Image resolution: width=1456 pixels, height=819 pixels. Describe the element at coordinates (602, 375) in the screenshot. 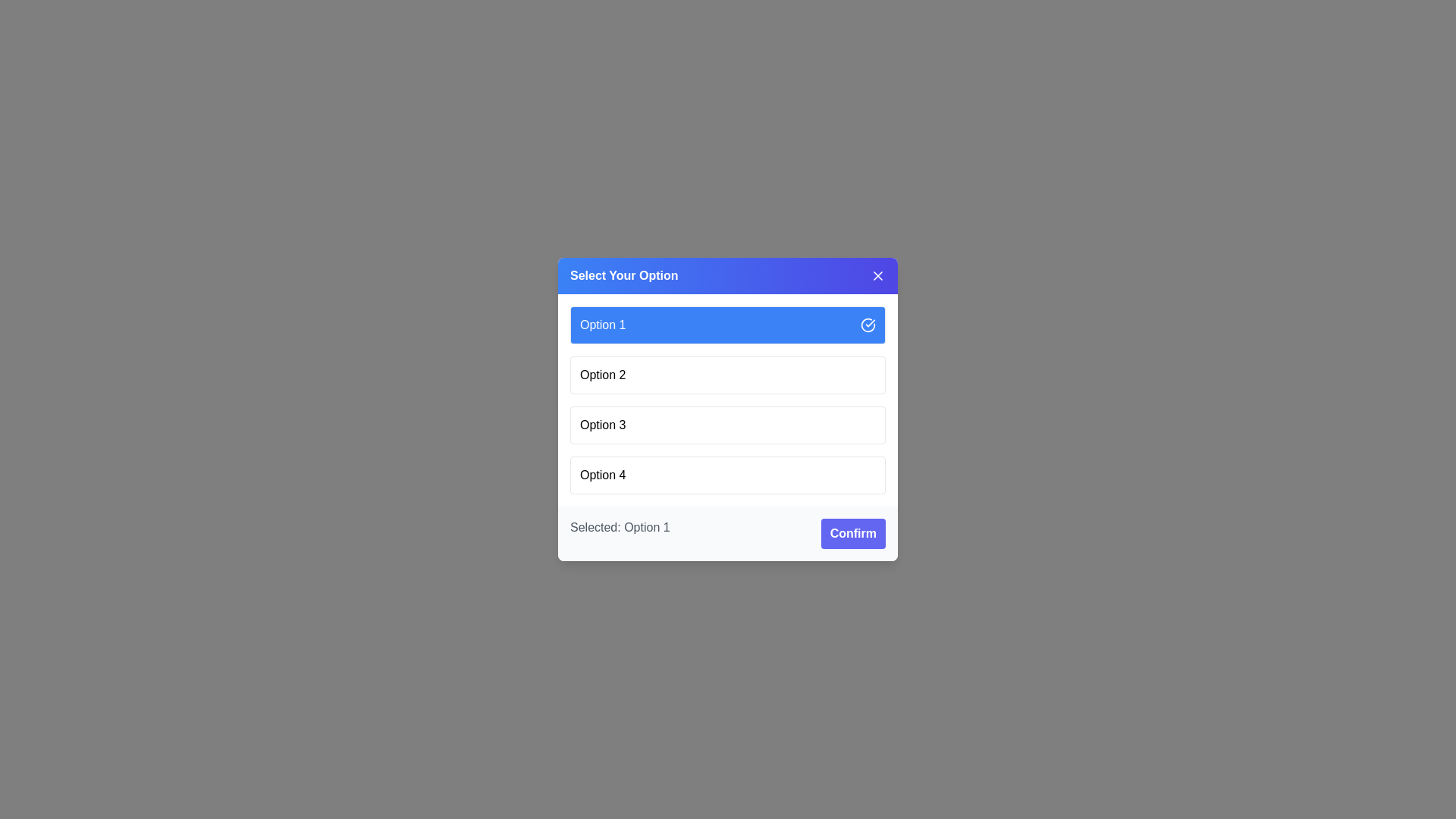

I see `the text label that displays the name of the second selectable option in the menu, located between 'Option 1' and 'Option 3'` at that location.